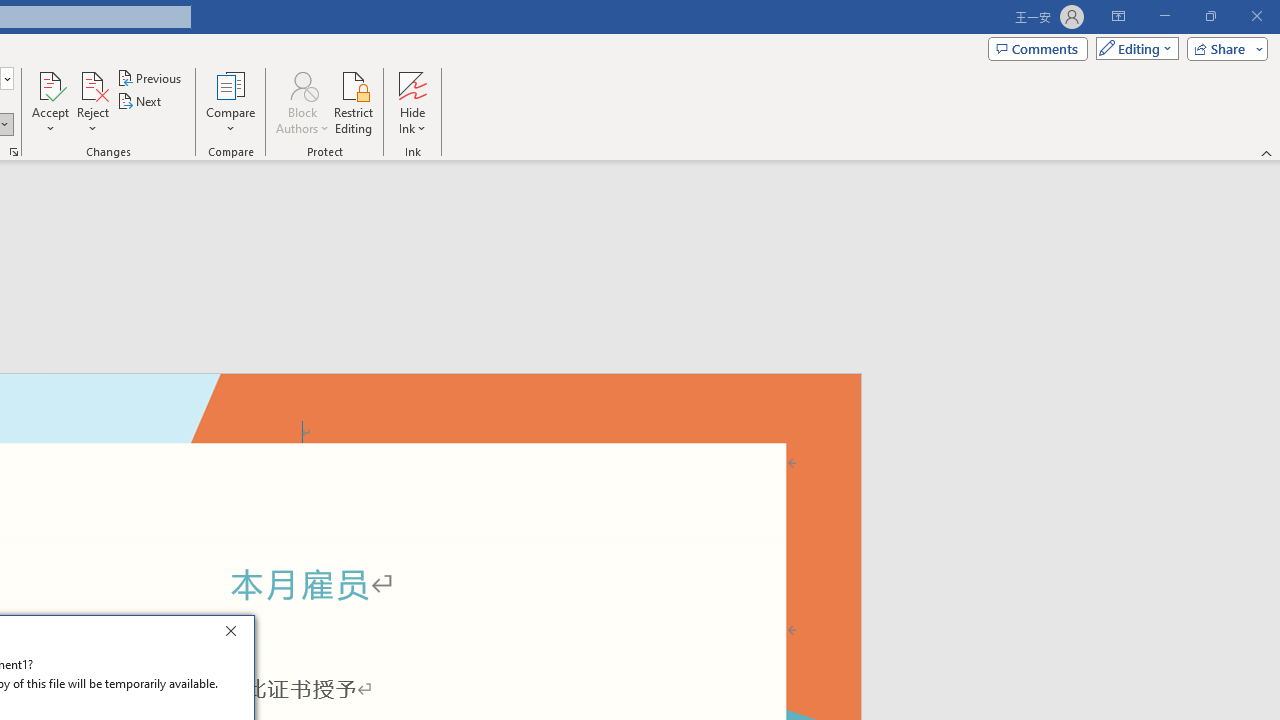  Describe the element at coordinates (1164, 16) in the screenshot. I see `'Minimize'` at that location.